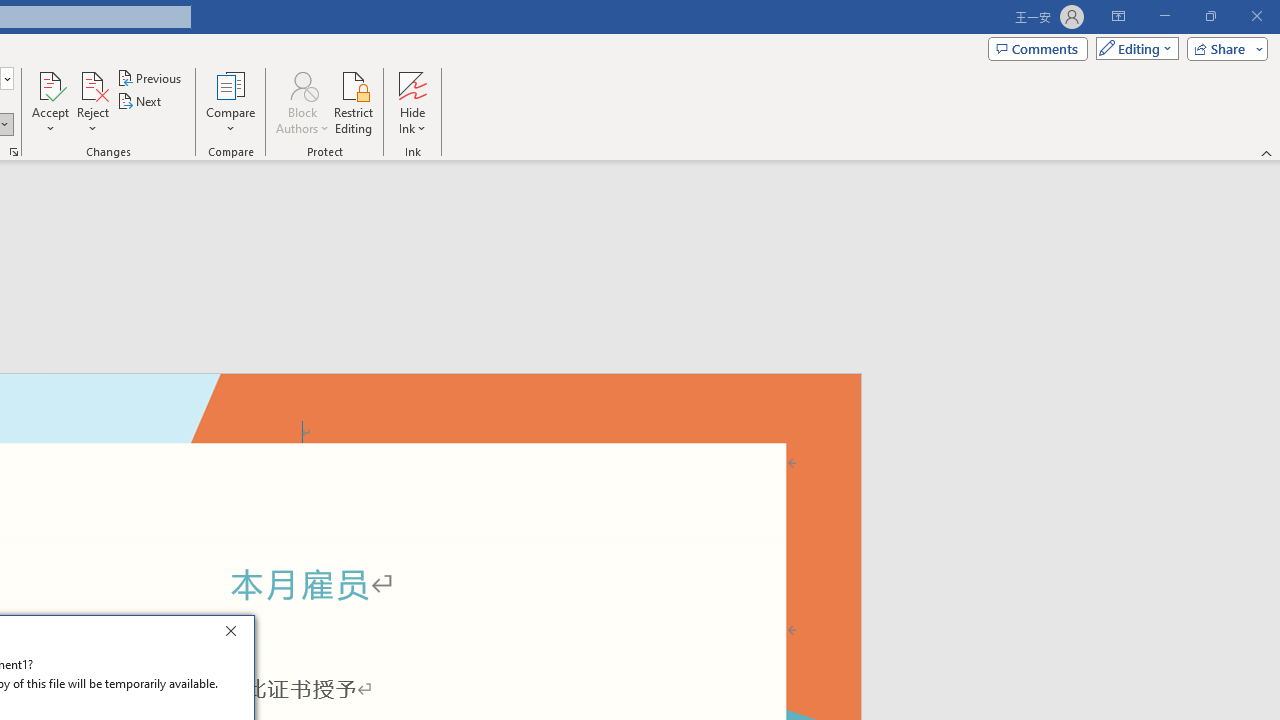  Describe the element at coordinates (1164, 16) in the screenshot. I see `'Minimize'` at that location.